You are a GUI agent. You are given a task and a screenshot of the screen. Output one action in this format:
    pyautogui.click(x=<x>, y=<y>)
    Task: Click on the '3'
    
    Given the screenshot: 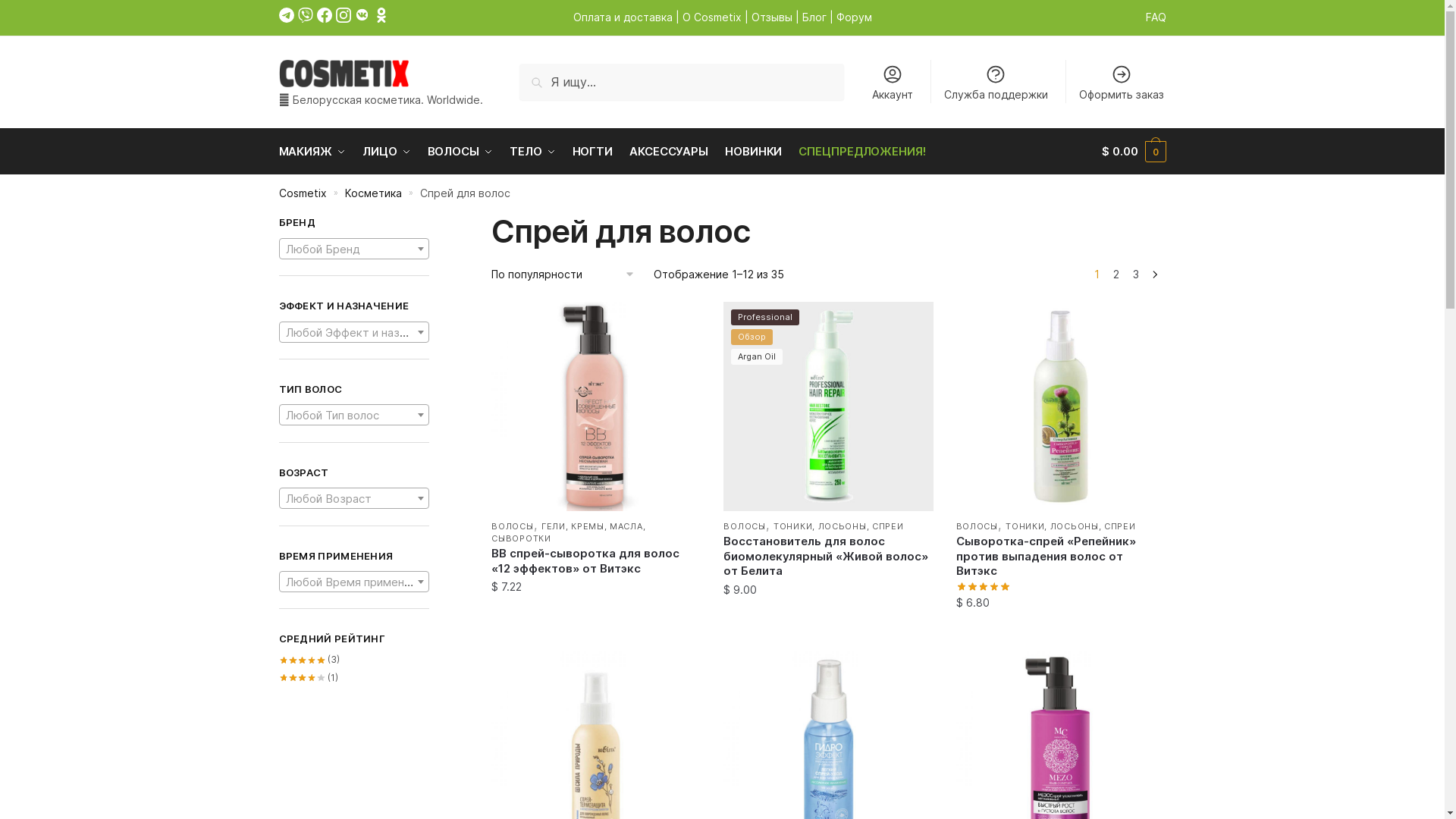 What is the action you would take?
    pyautogui.click(x=1135, y=275)
    